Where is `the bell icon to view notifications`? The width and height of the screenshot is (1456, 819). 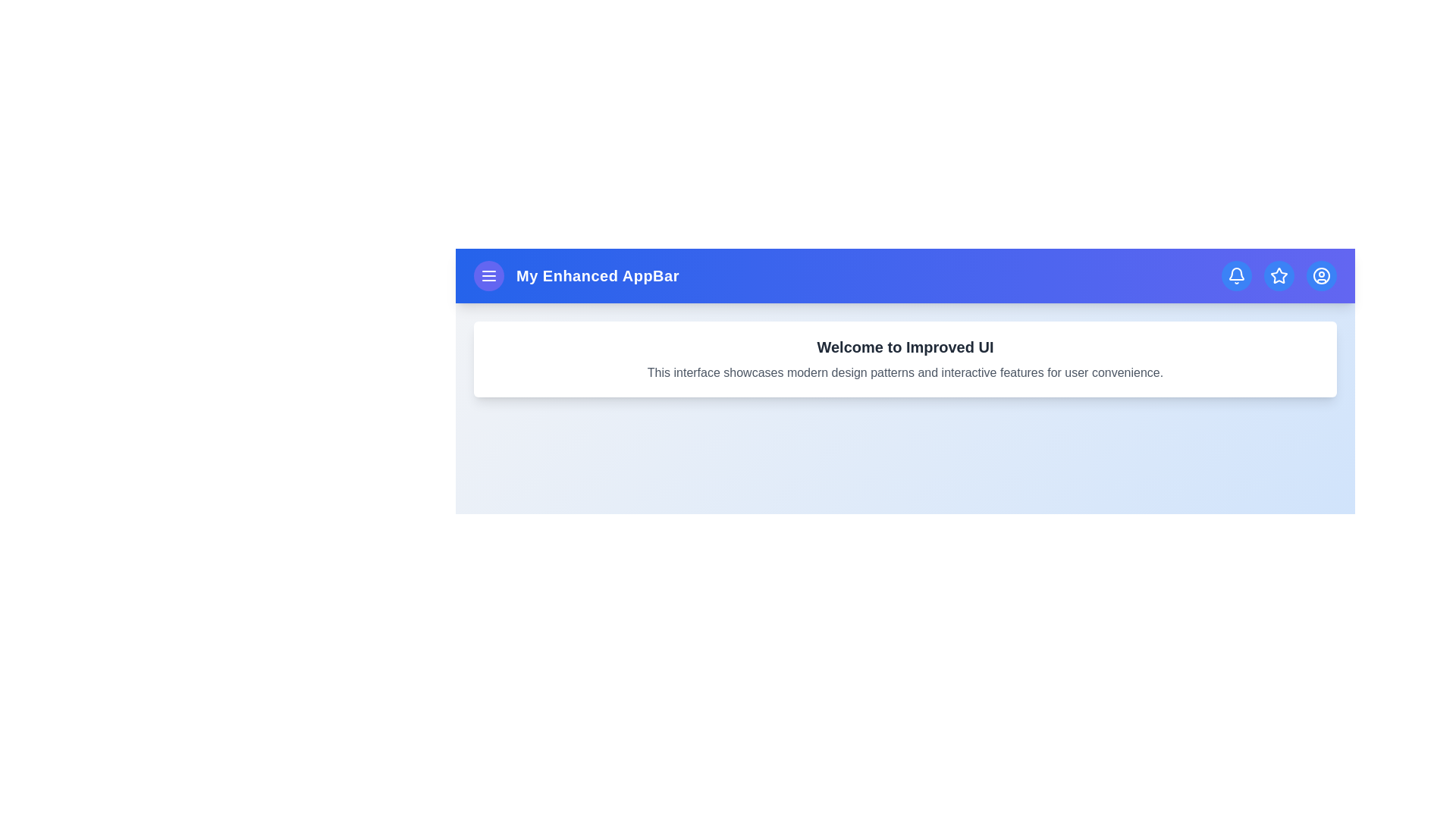
the bell icon to view notifications is located at coordinates (1237, 275).